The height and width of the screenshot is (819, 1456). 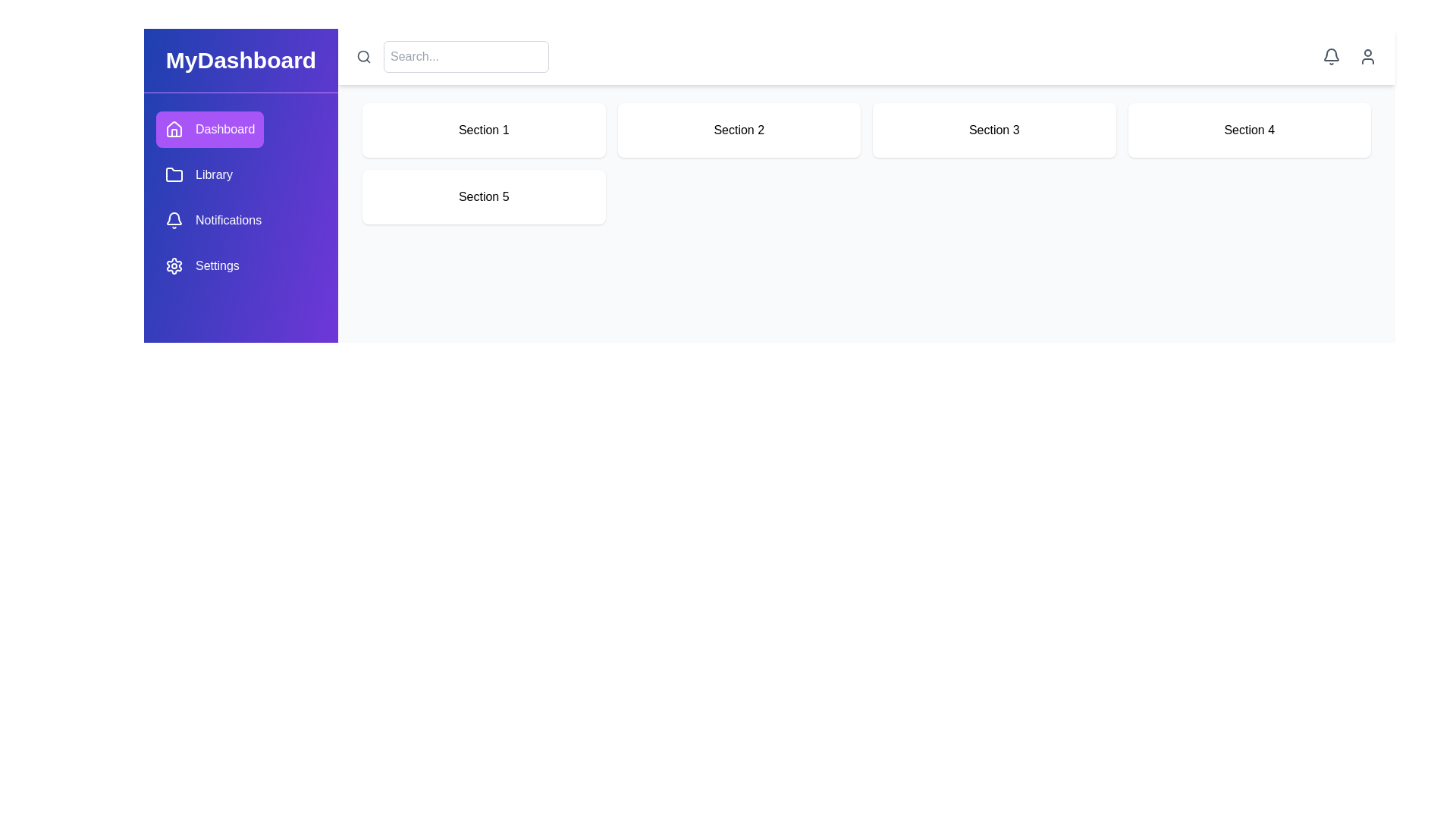 What do you see at coordinates (174, 127) in the screenshot?
I see `the house-shaped icon located in the navigation bar at the top of the purple sidebar, adjacent to the 'Dashboard' label` at bounding box center [174, 127].